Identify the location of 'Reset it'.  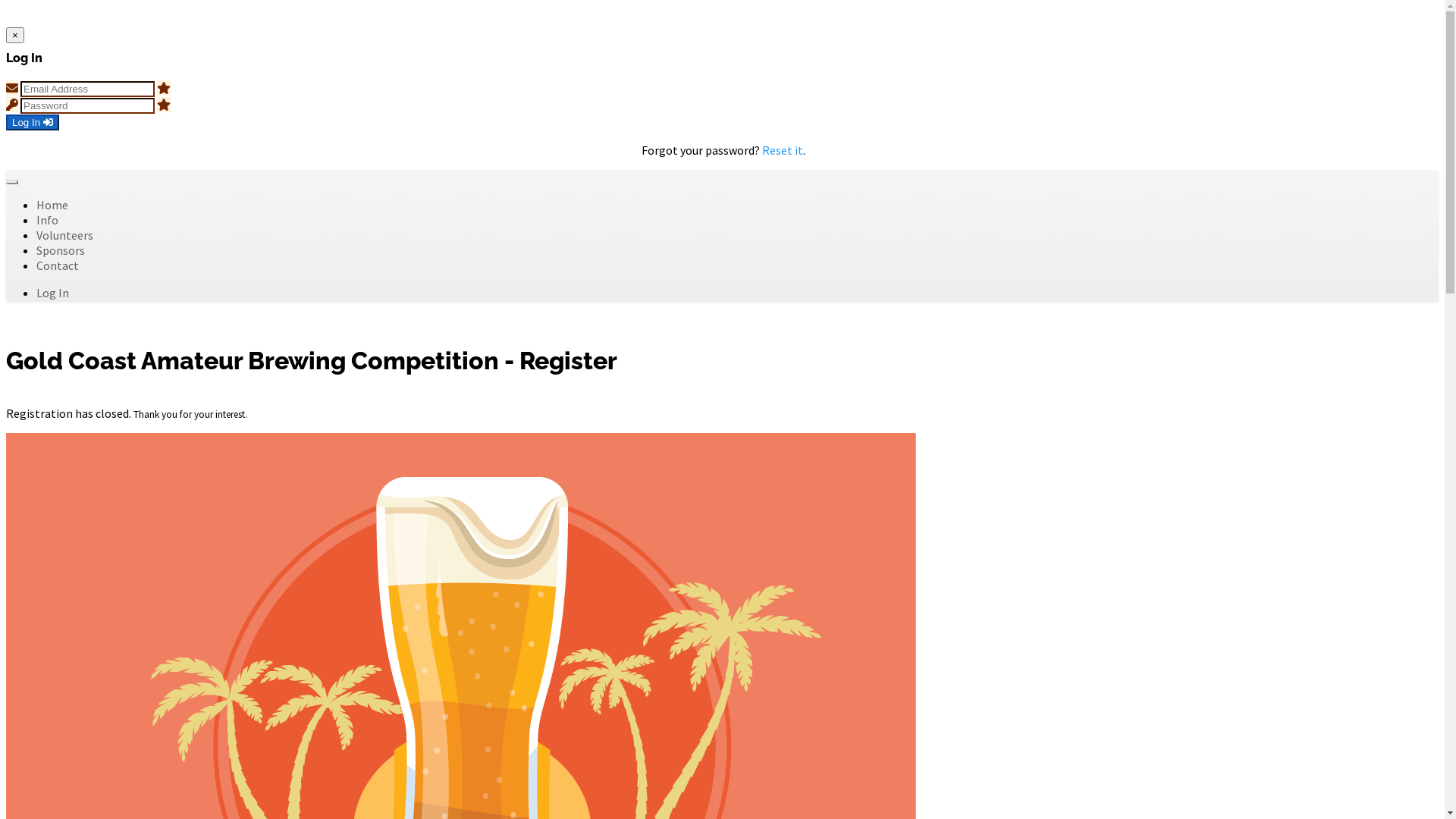
(783, 149).